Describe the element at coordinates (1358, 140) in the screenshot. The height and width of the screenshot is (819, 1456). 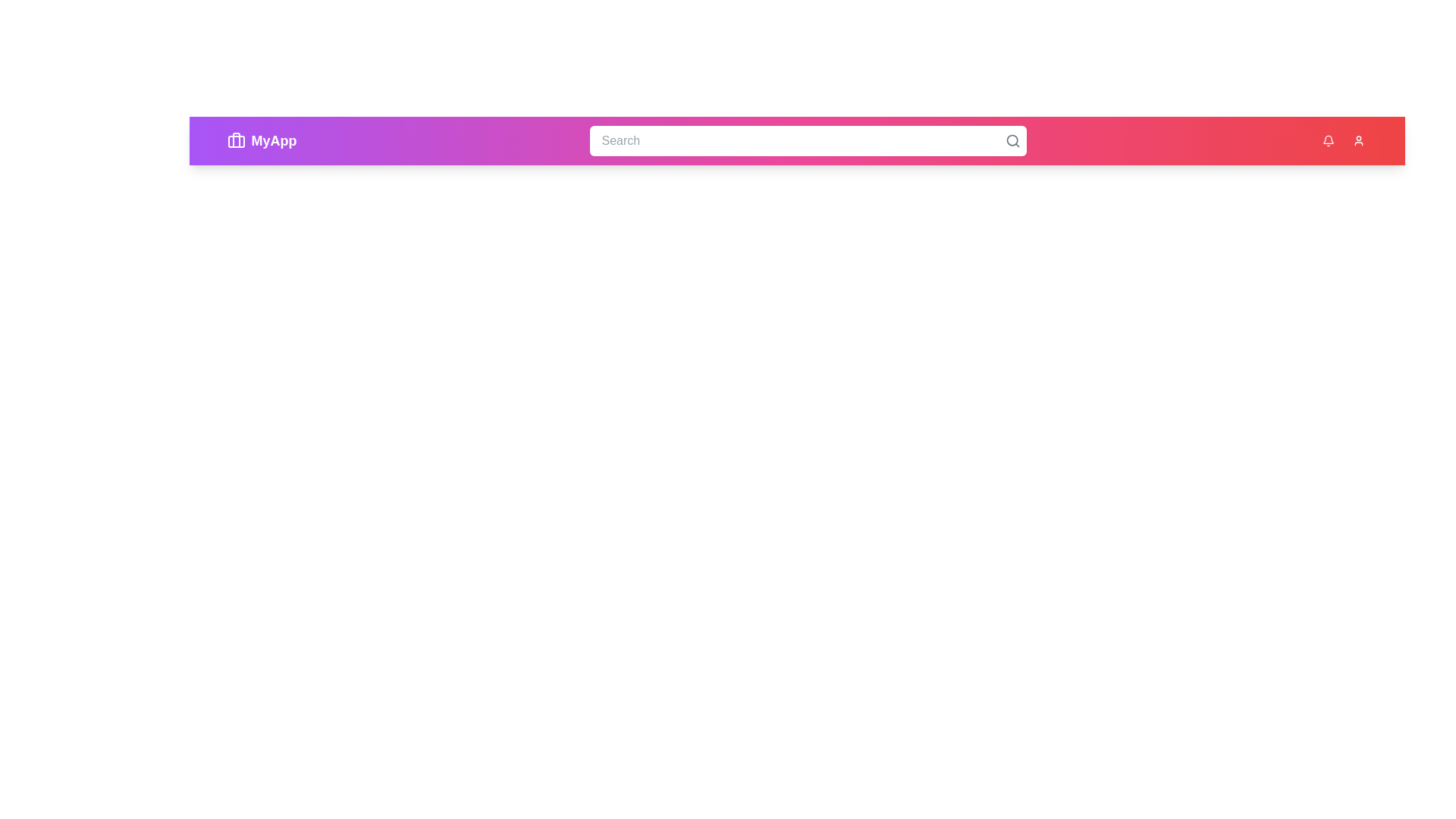
I see `the user icon to access user settings` at that location.